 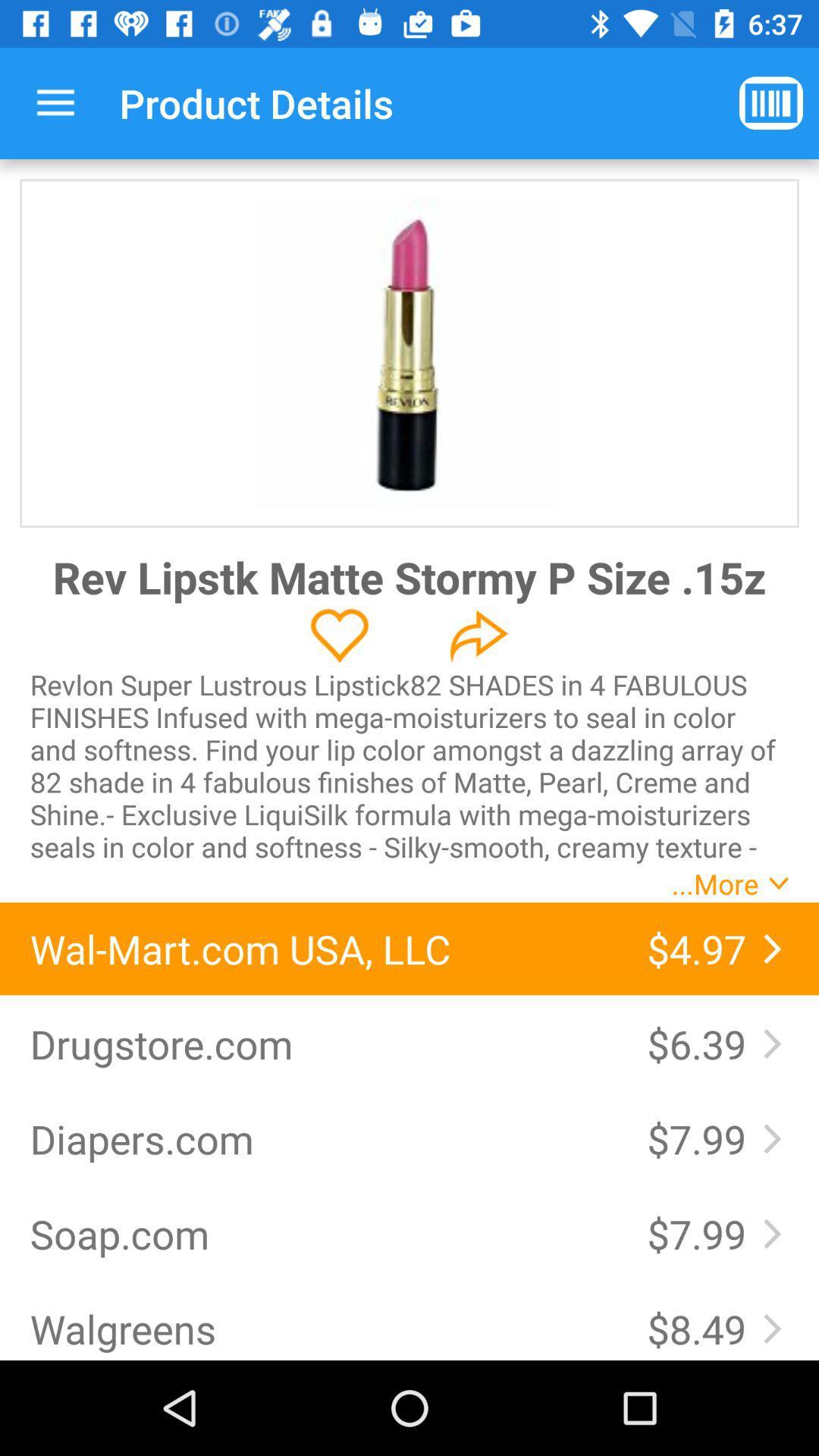 I want to click on icon next to the product details item, so click(x=771, y=102).